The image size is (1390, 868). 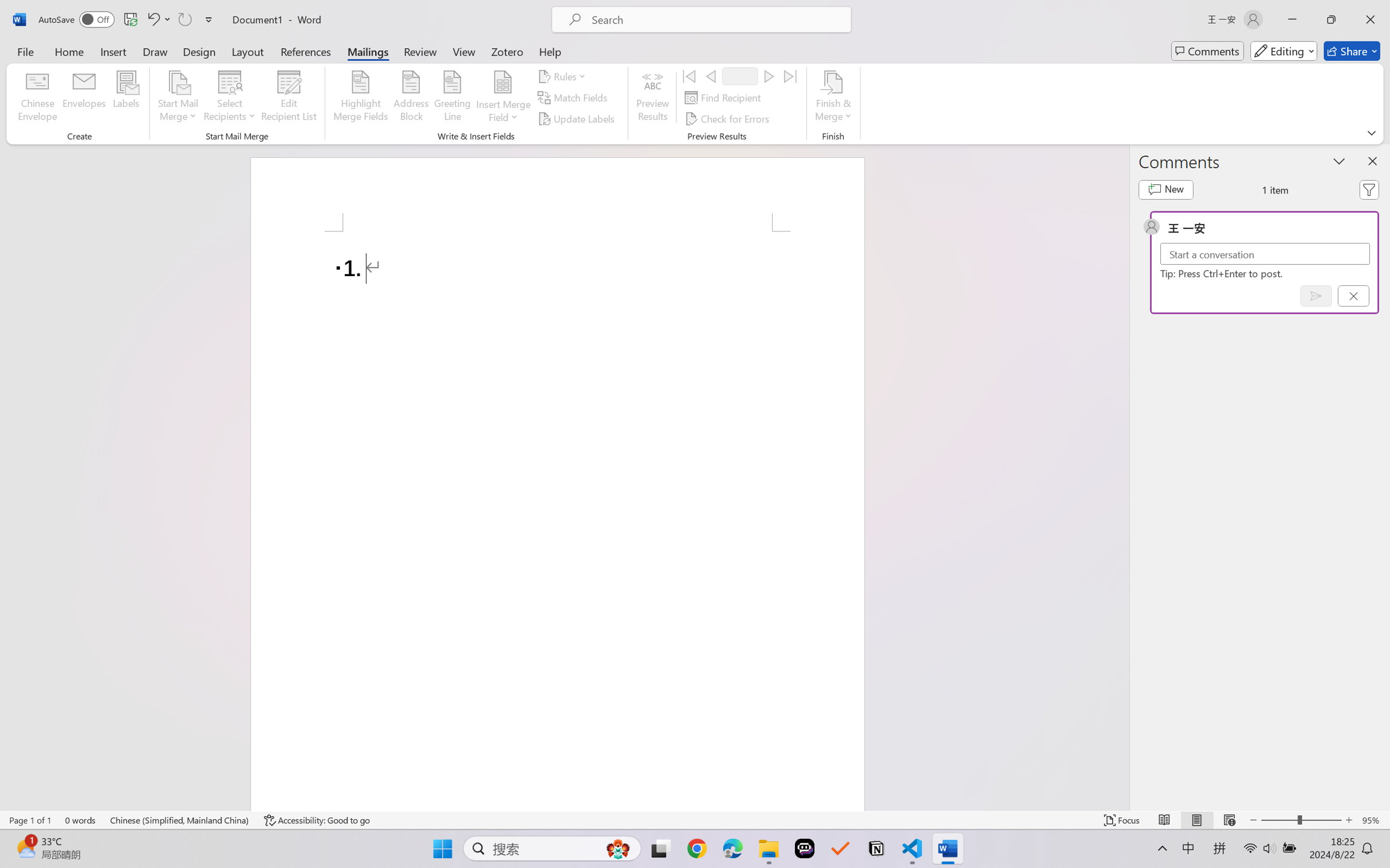 I want to click on 'Update Labels', so click(x=577, y=119).